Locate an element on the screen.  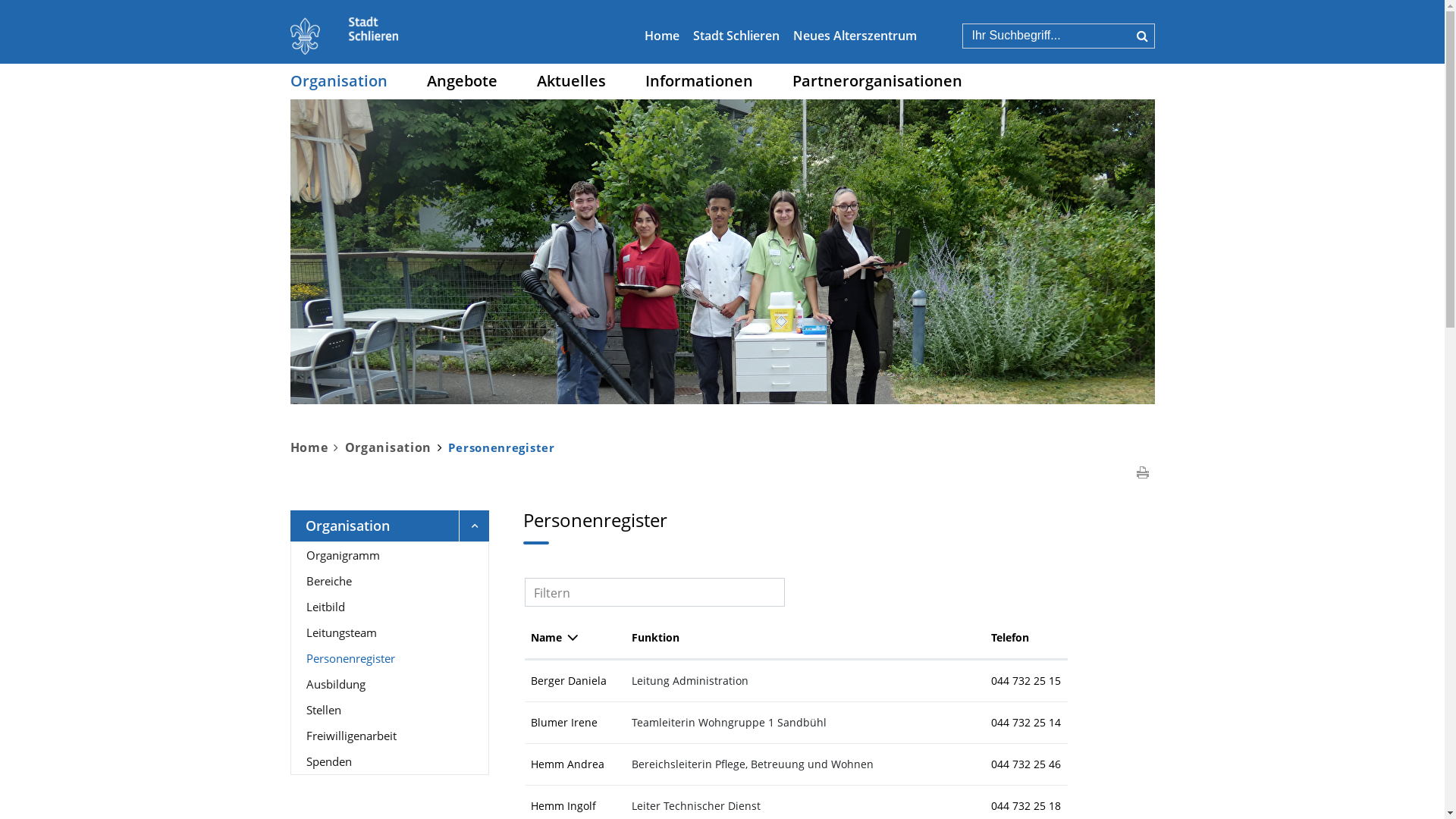
'Spenden' is located at coordinates (390, 761).